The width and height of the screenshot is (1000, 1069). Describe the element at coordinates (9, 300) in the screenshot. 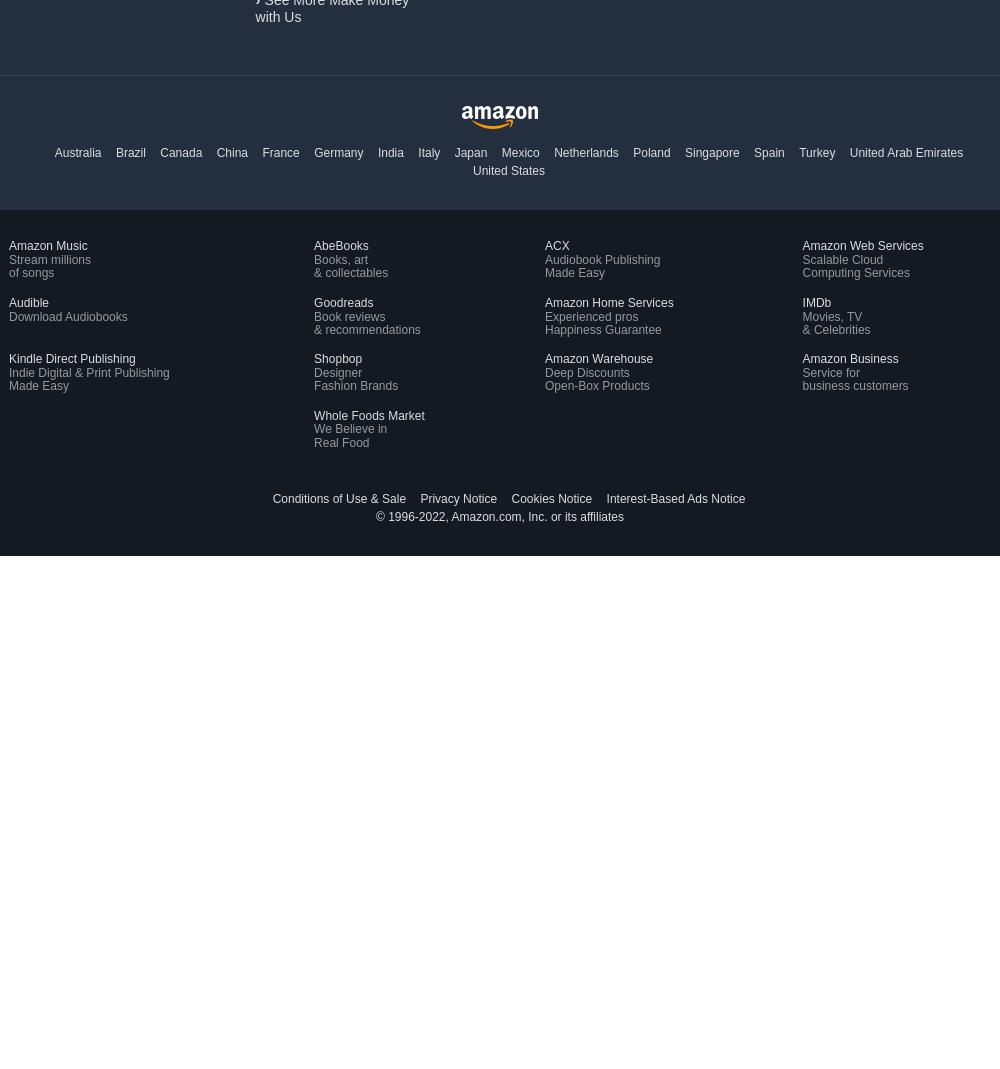

I see `'Audible'` at that location.